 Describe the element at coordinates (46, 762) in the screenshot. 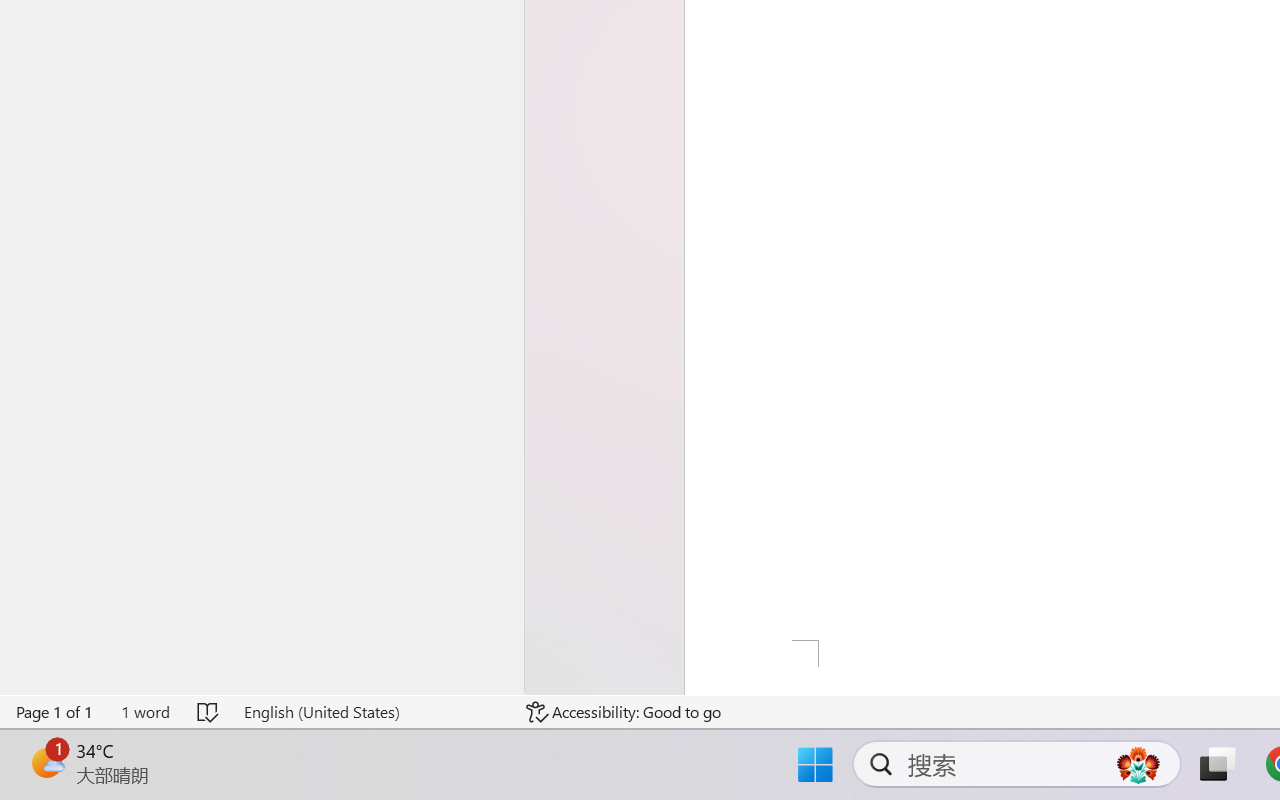

I see `'AutomationID: BadgeAnchorLargeTicker'` at that location.